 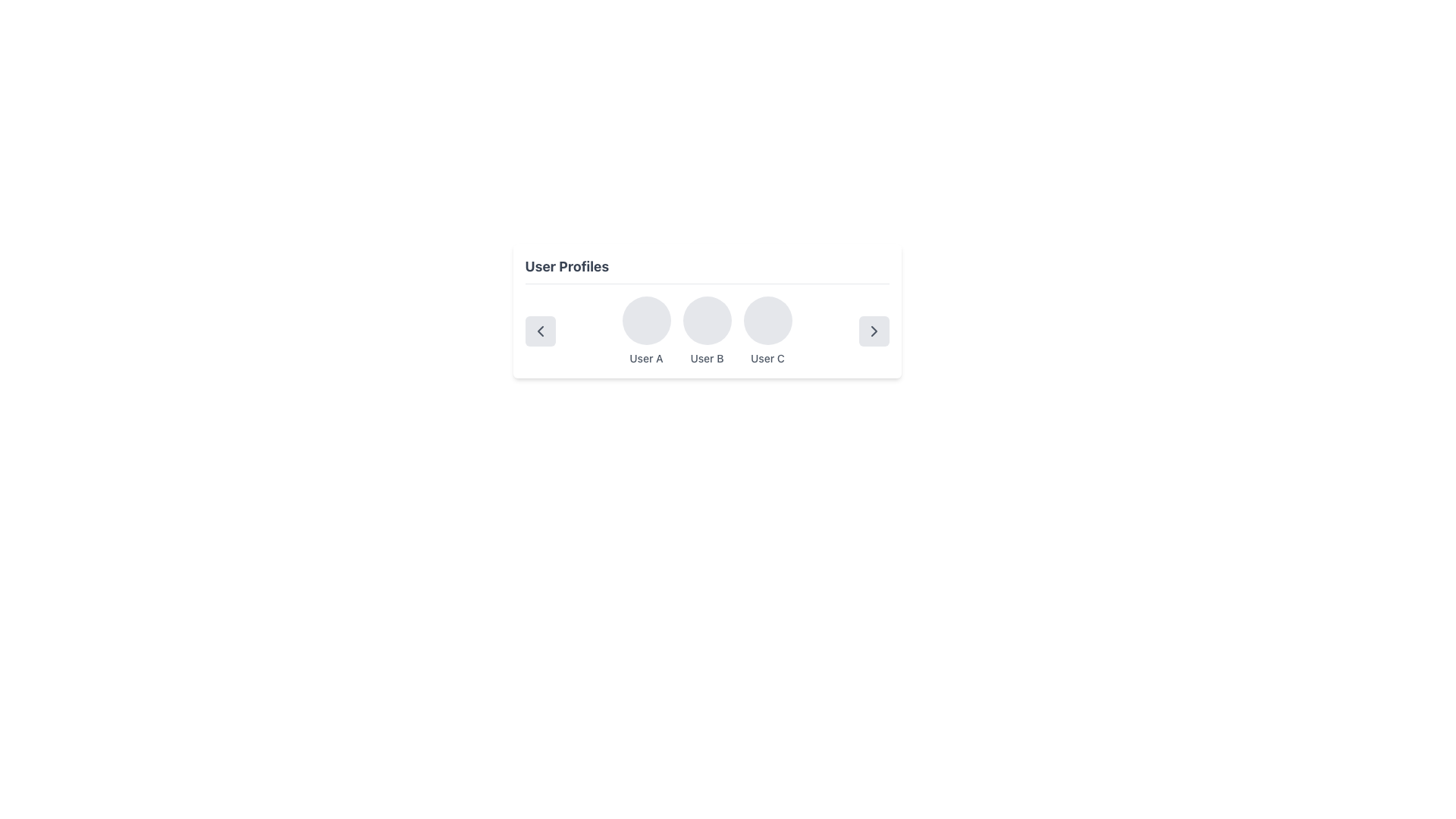 What do you see at coordinates (874, 330) in the screenshot?
I see `the arrow icon in the navigation button located at the far right side of the 'User Profiles' section` at bounding box center [874, 330].